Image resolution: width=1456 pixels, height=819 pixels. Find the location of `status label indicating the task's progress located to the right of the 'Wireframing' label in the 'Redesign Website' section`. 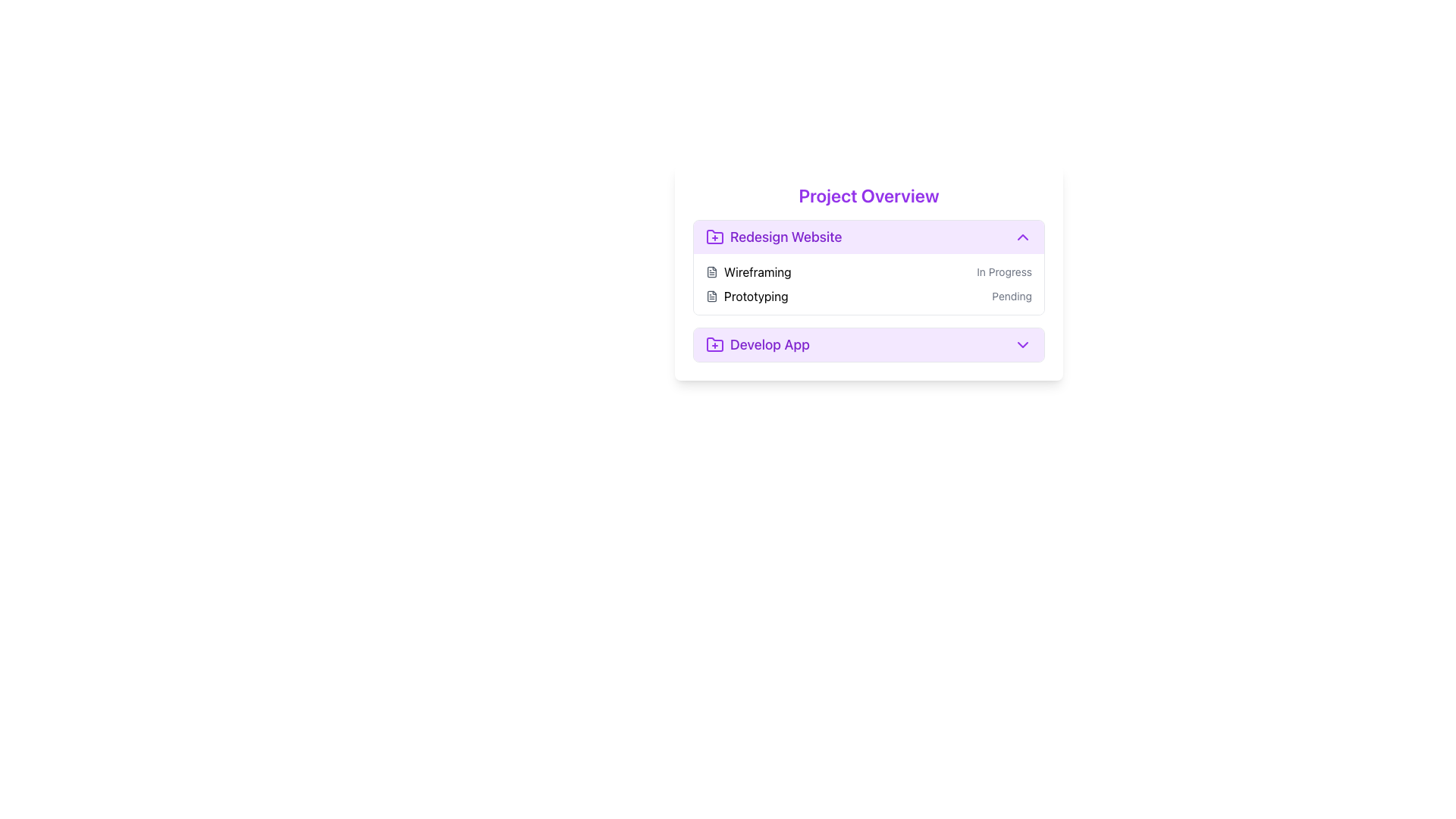

status label indicating the task's progress located to the right of the 'Wireframing' label in the 'Redesign Website' section is located at coordinates (1004, 271).